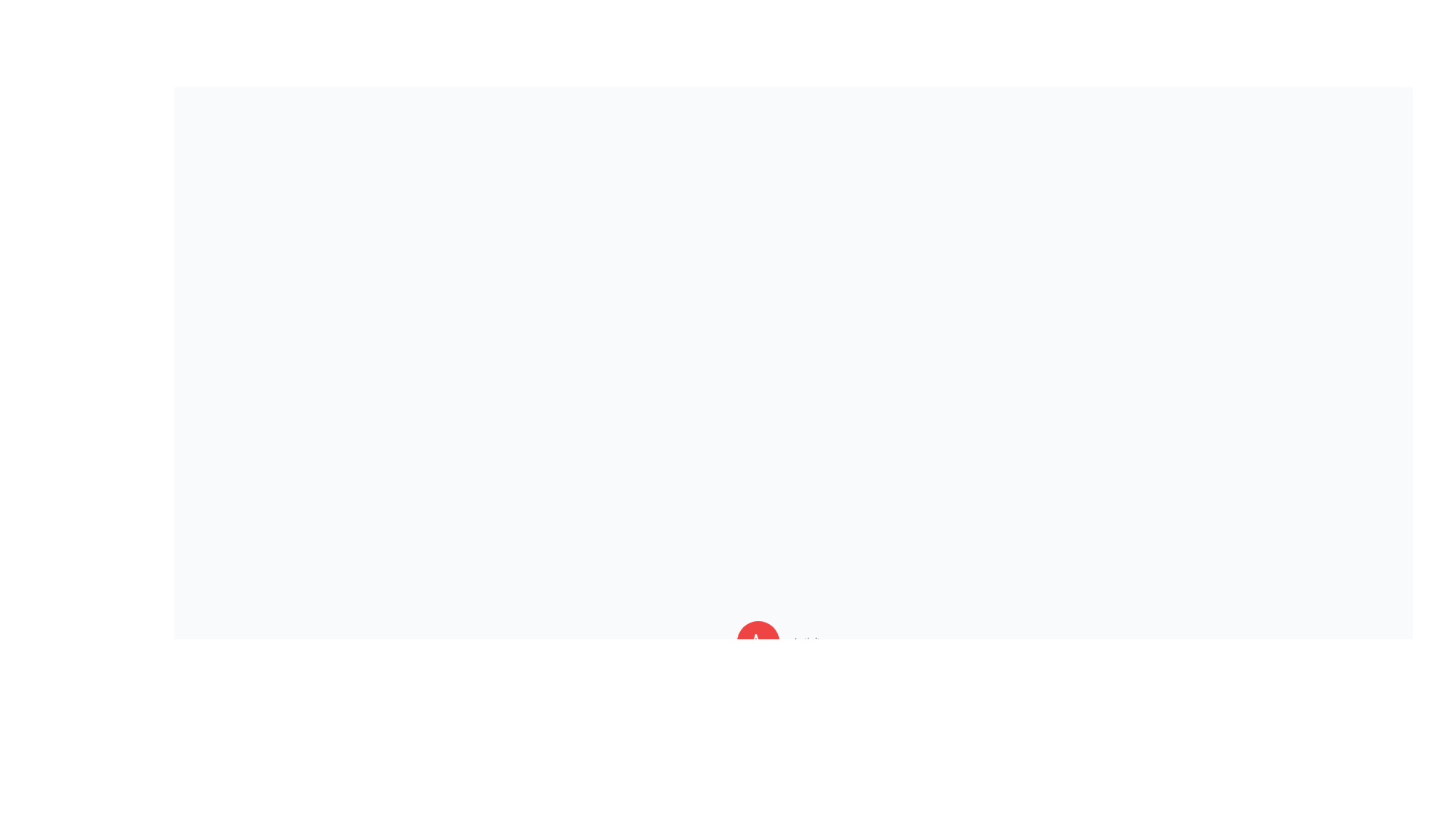 This screenshot has width=1456, height=819. Describe the element at coordinates (758, 642) in the screenshot. I see `the button corresponding to Activity to observe its tooltip or label` at that location.